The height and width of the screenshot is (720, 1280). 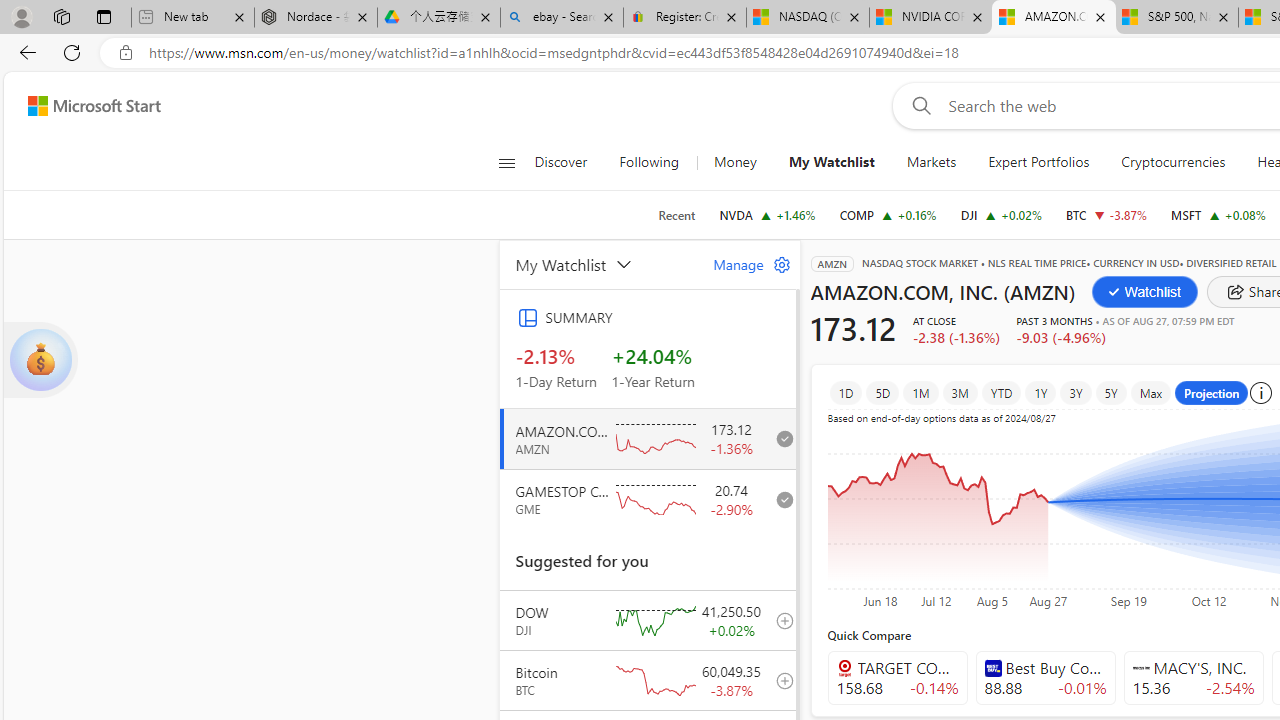 What do you see at coordinates (1173, 162) in the screenshot?
I see `'Cryptocurrencies'` at bounding box center [1173, 162].